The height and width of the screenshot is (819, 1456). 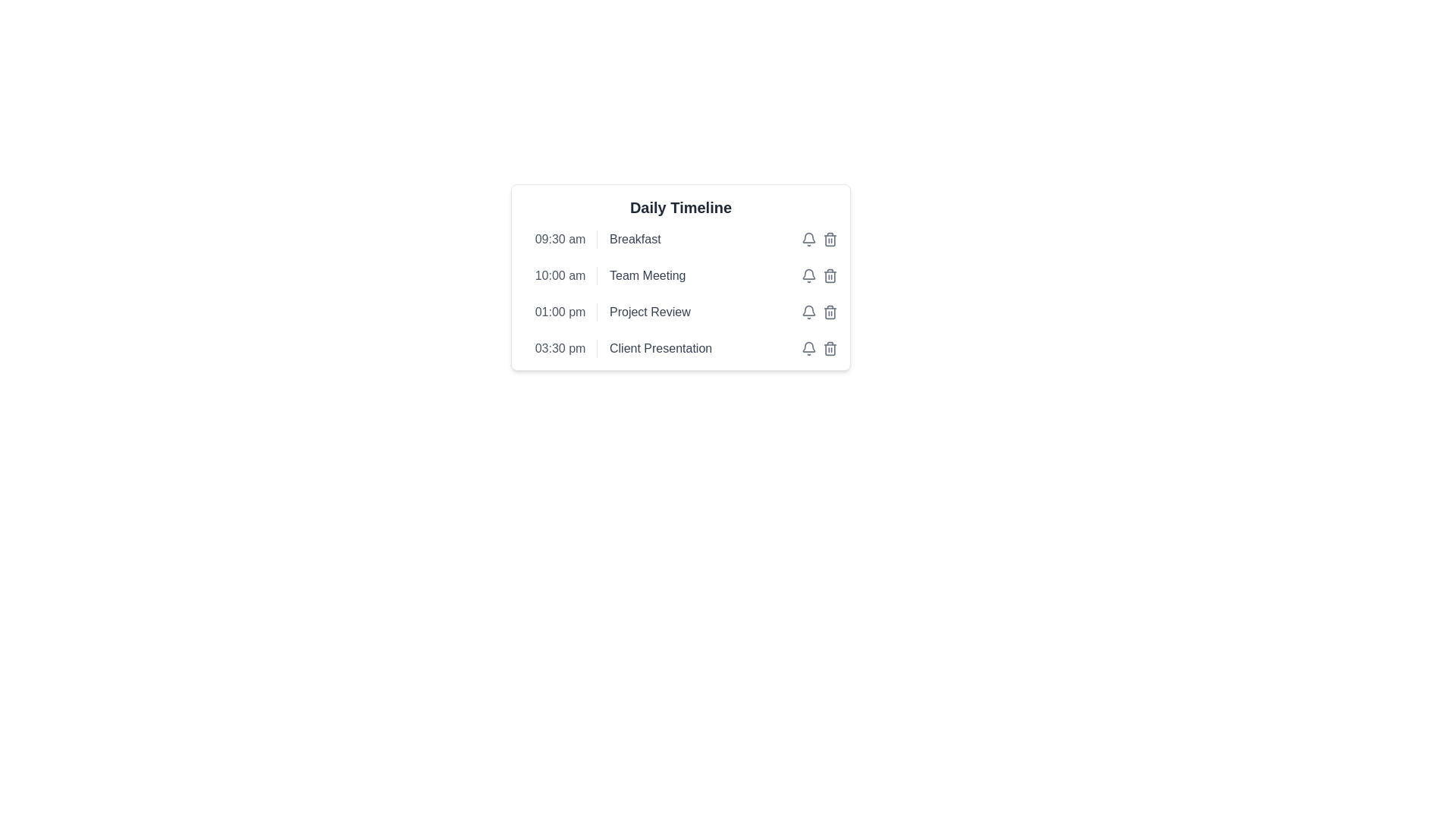 What do you see at coordinates (648, 275) in the screenshot?
I see `the text label that serves as an identifier or description for the corresponding event or item in the timeline, located to the right of the time label '10:00 am' and to the left of interactive buttons` at bounding box center [648, 275].